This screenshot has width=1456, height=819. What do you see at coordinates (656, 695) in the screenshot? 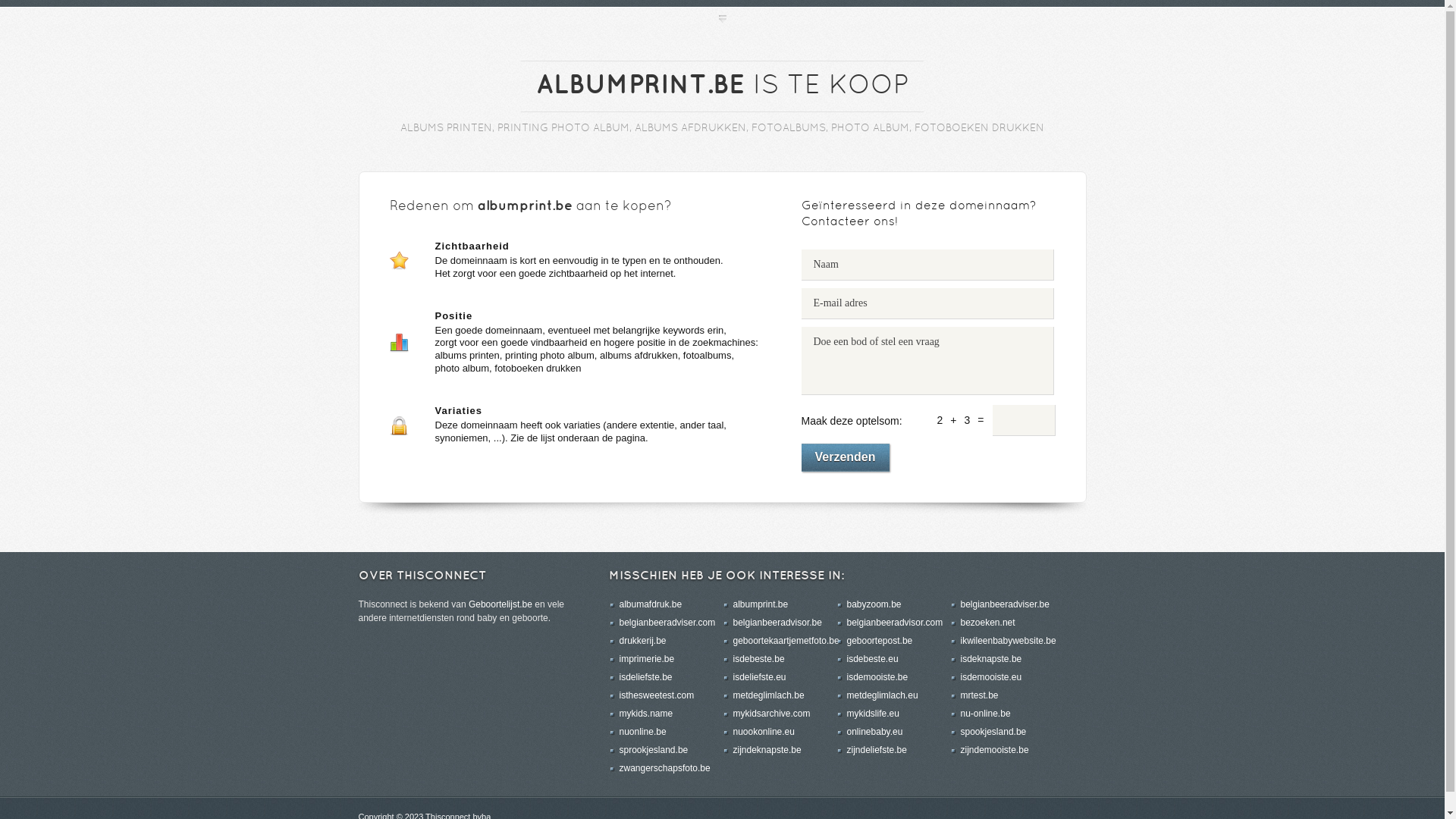
I see `'isthesweetest.com'` at bounding box center [656, 695].